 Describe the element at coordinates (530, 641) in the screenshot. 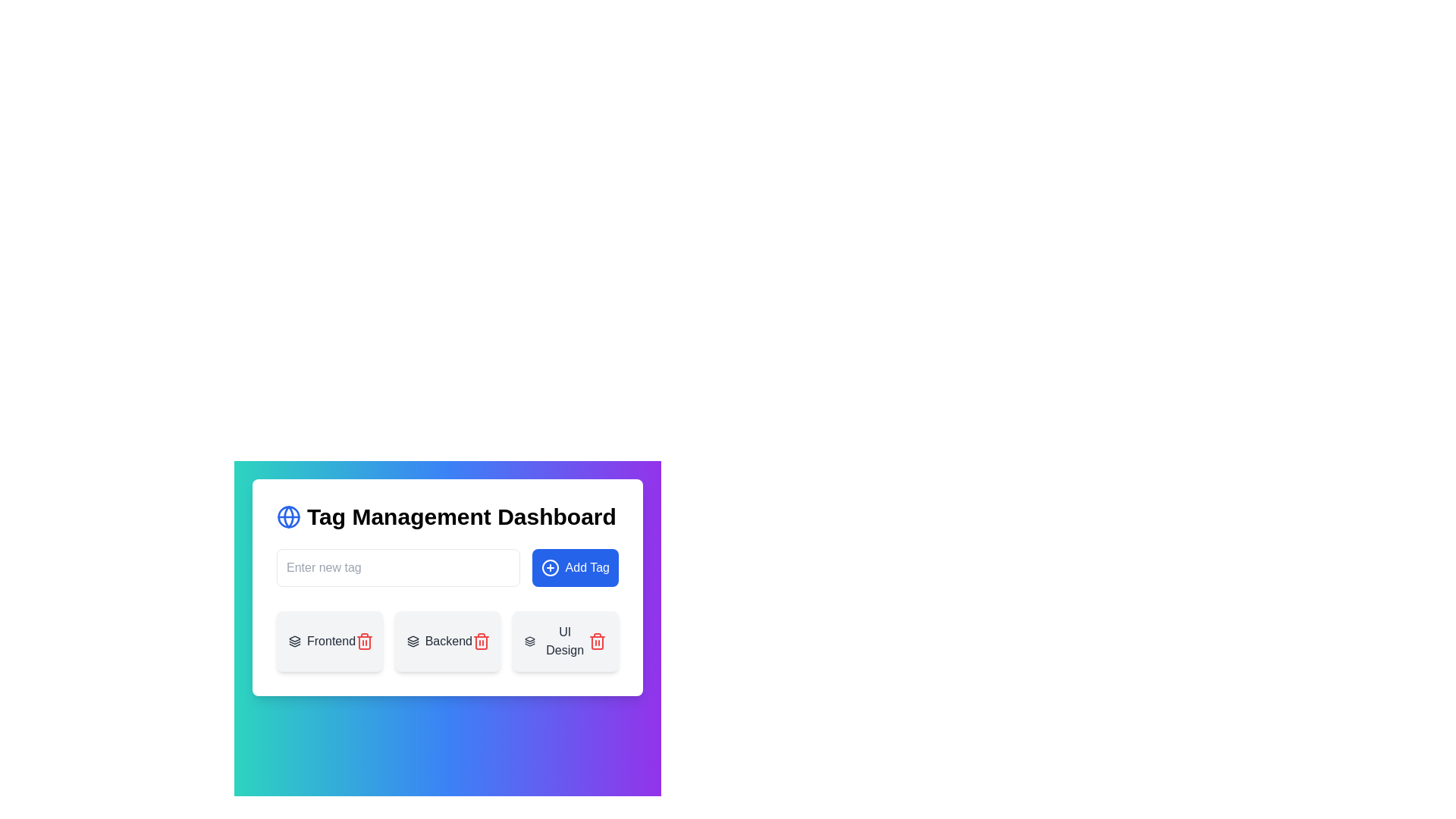

I see `the icon representing the 'UI Design' tag, which is located in the bottom-right section of the interface, adjacent to the text label 'UI Design.'` at that location.